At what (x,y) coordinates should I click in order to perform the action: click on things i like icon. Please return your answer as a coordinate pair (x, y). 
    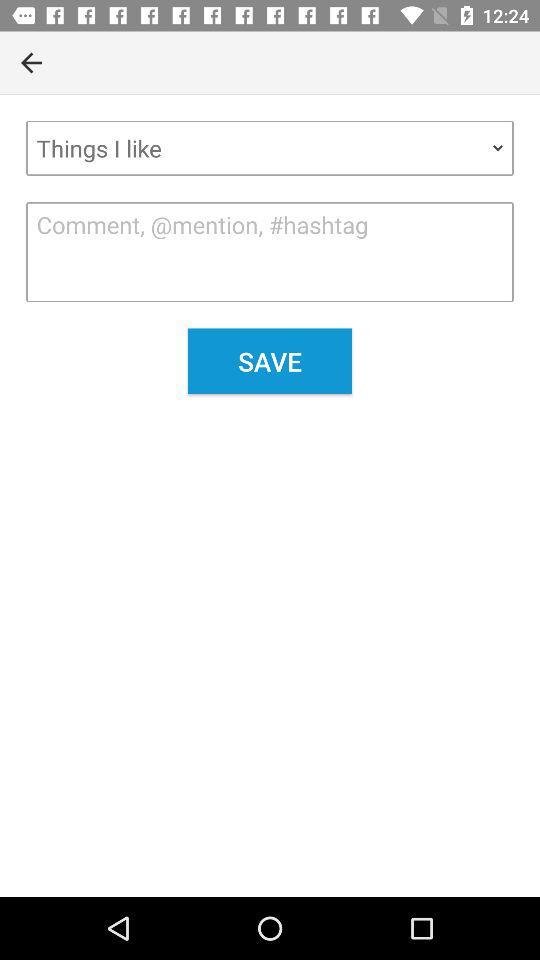
    Looking at the image, I should click on (270, 147).